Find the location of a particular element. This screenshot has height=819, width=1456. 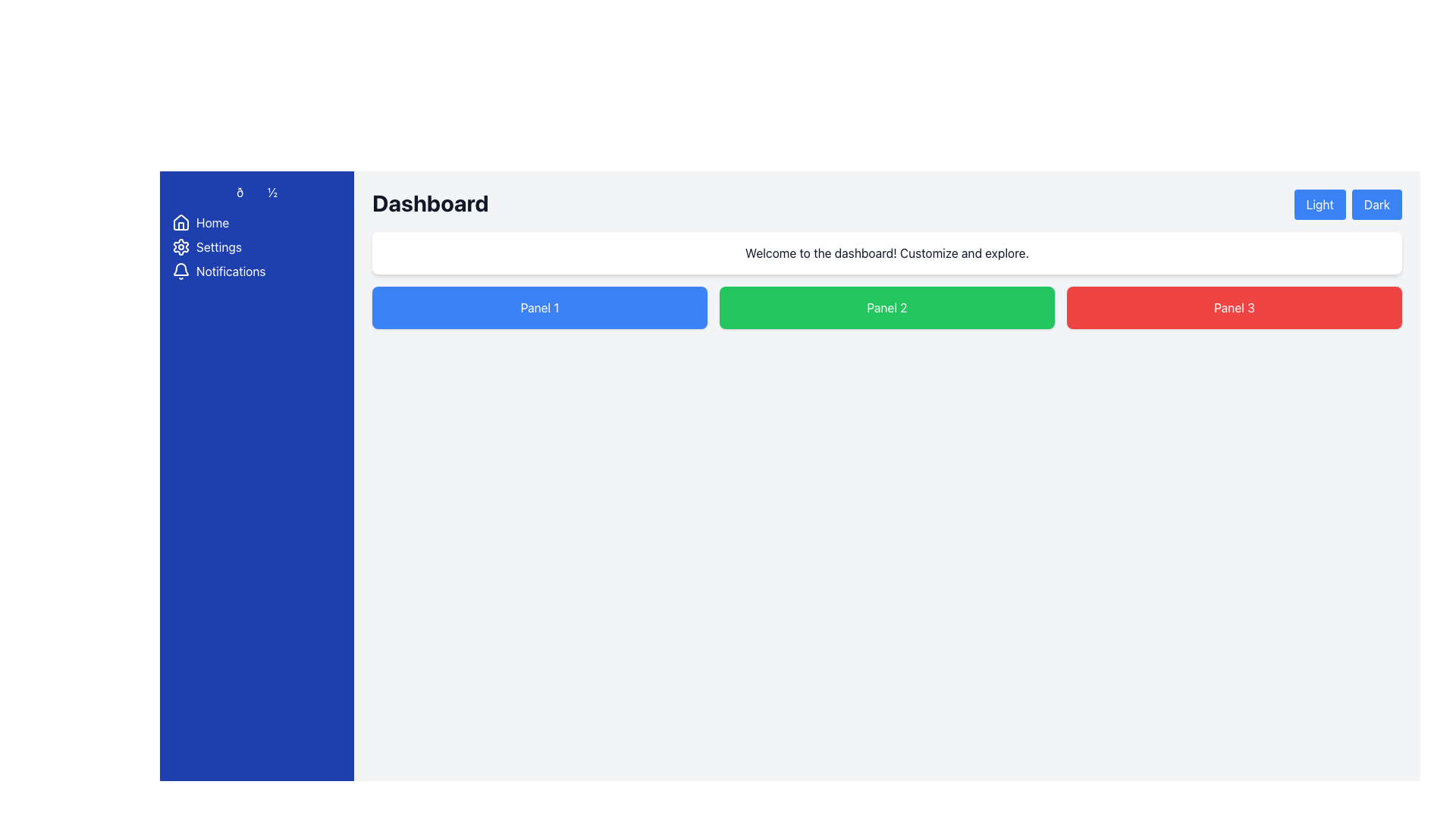

the gear-shaped icon is located at coordinates (181, 246).